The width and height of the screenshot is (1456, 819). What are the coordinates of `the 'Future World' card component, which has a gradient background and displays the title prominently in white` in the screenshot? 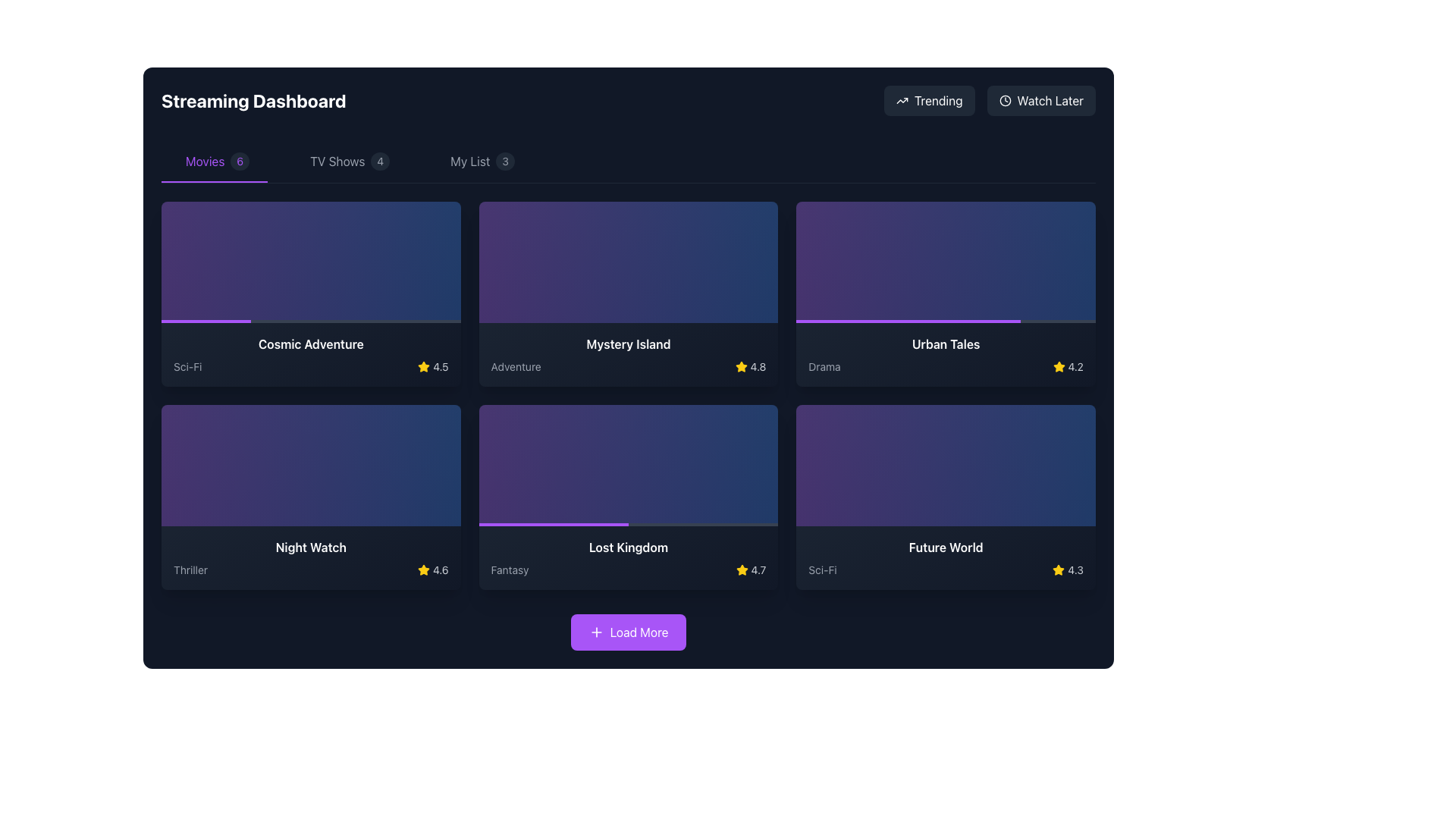 It's located at (945, 558).